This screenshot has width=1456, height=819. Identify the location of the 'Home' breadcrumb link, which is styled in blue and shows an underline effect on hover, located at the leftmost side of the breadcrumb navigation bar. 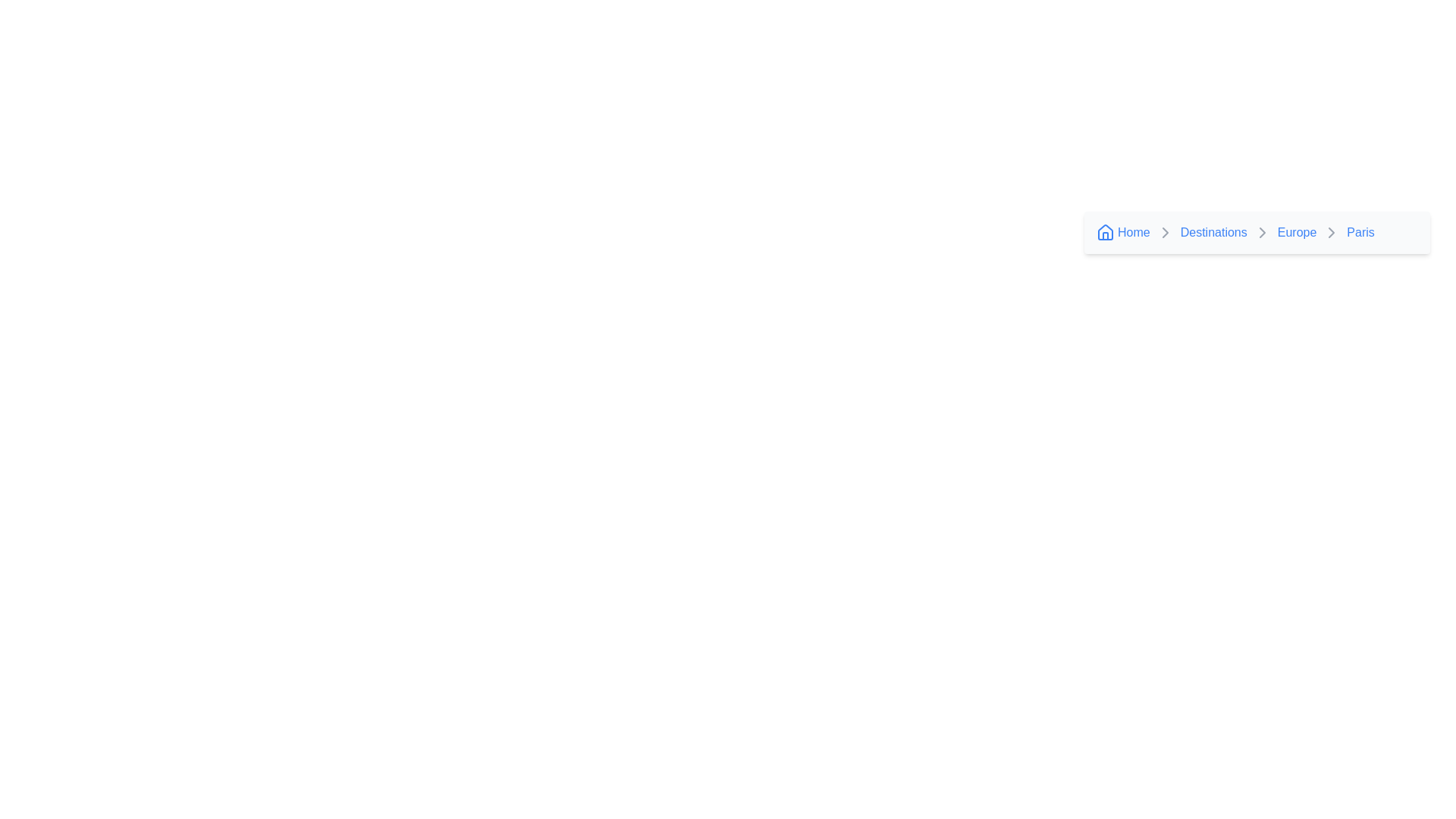
(1138, 233).